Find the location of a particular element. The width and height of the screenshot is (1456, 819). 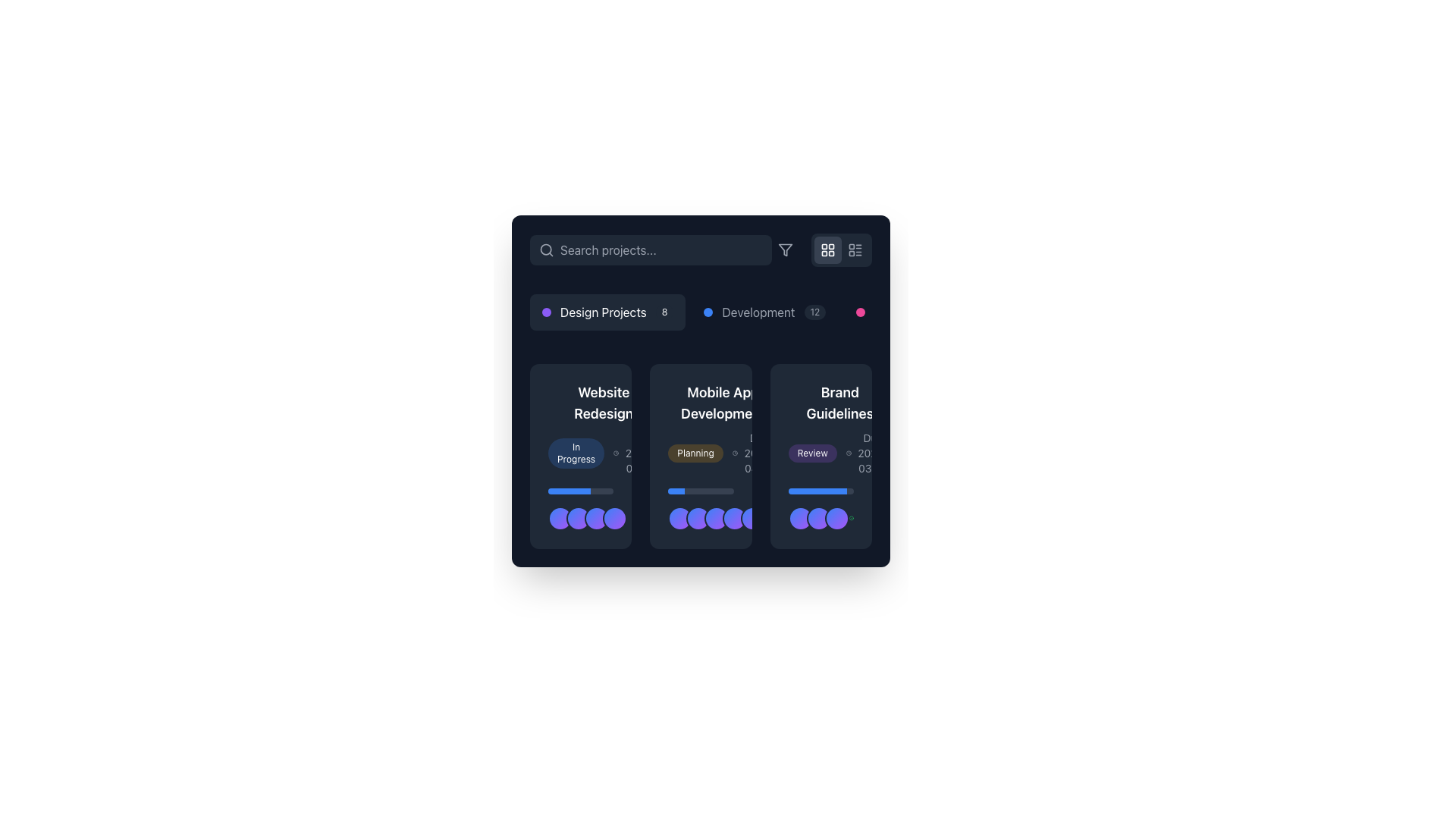

the text display element that communicates the project's title 'Mobile App Development', which is positioned in the center of a card in the second column of a grid layout is located at coordinates (722, 429).